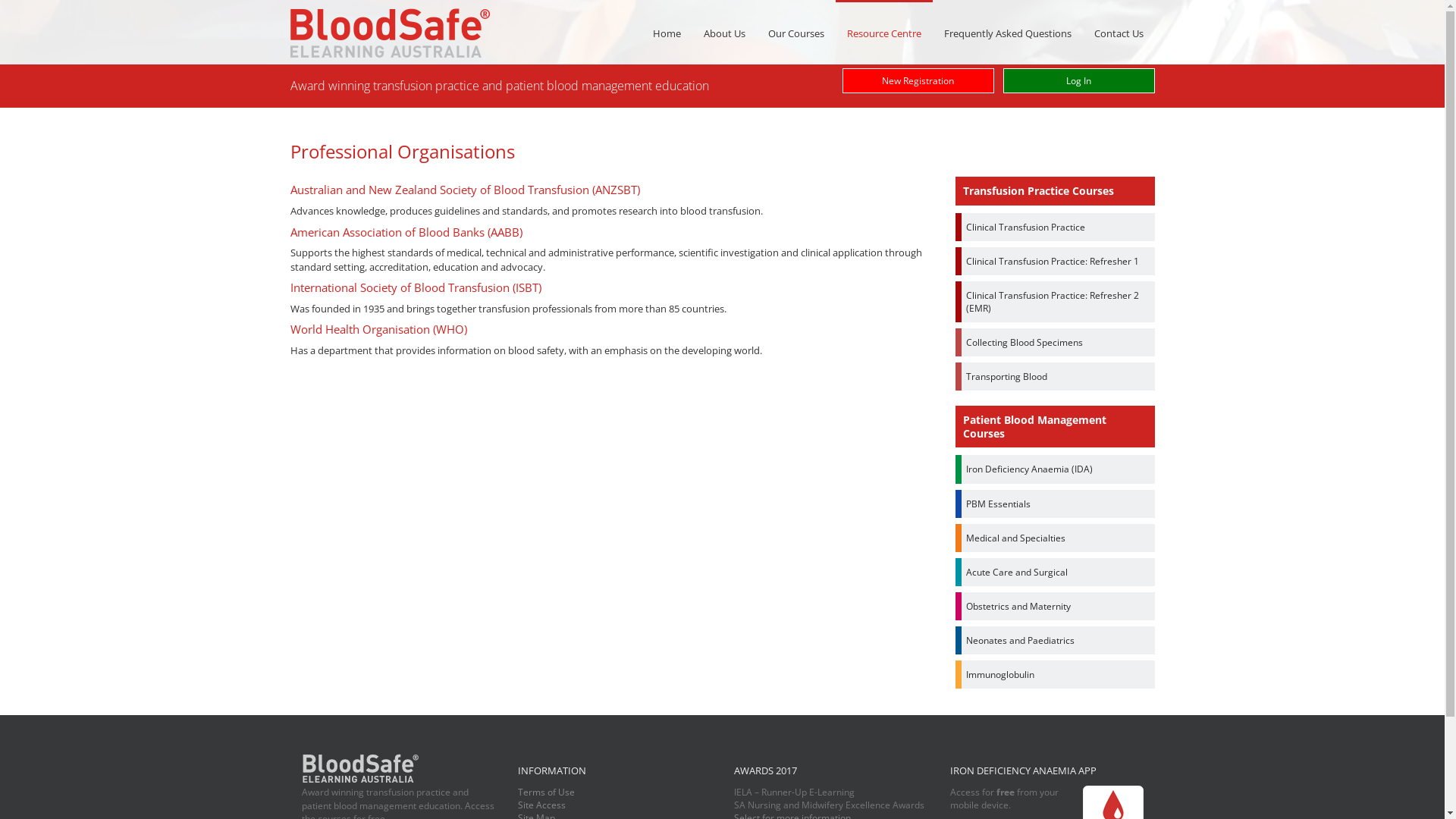 Image resolution: width=1456 pixels, height=819 pixels. What do you see at coordinates (1054, 227) in the screenshot?
I see `'Clinical Transfusion Practice'` at bounding box center [1054, 227].